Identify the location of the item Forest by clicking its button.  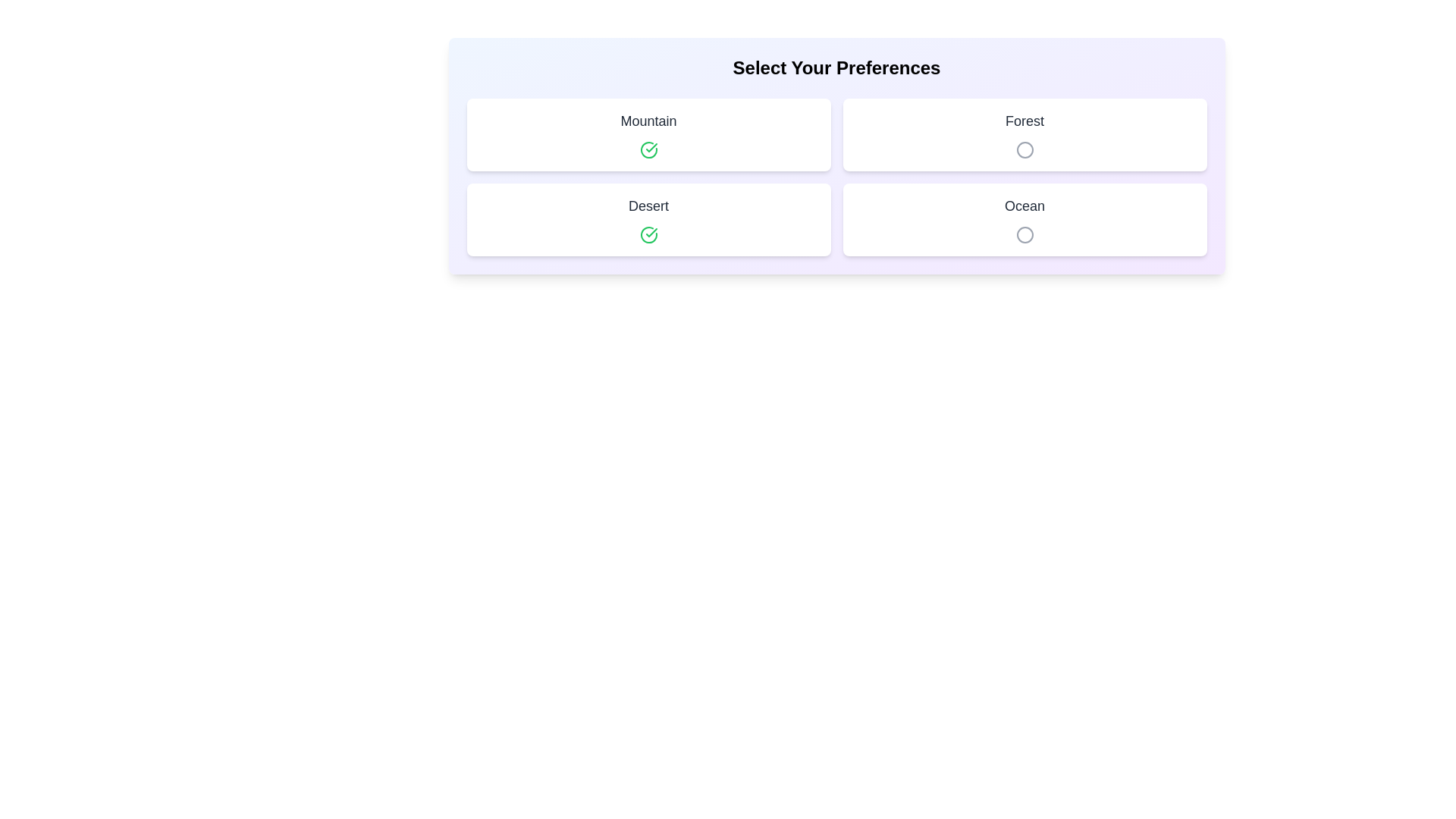
(1025, 149).